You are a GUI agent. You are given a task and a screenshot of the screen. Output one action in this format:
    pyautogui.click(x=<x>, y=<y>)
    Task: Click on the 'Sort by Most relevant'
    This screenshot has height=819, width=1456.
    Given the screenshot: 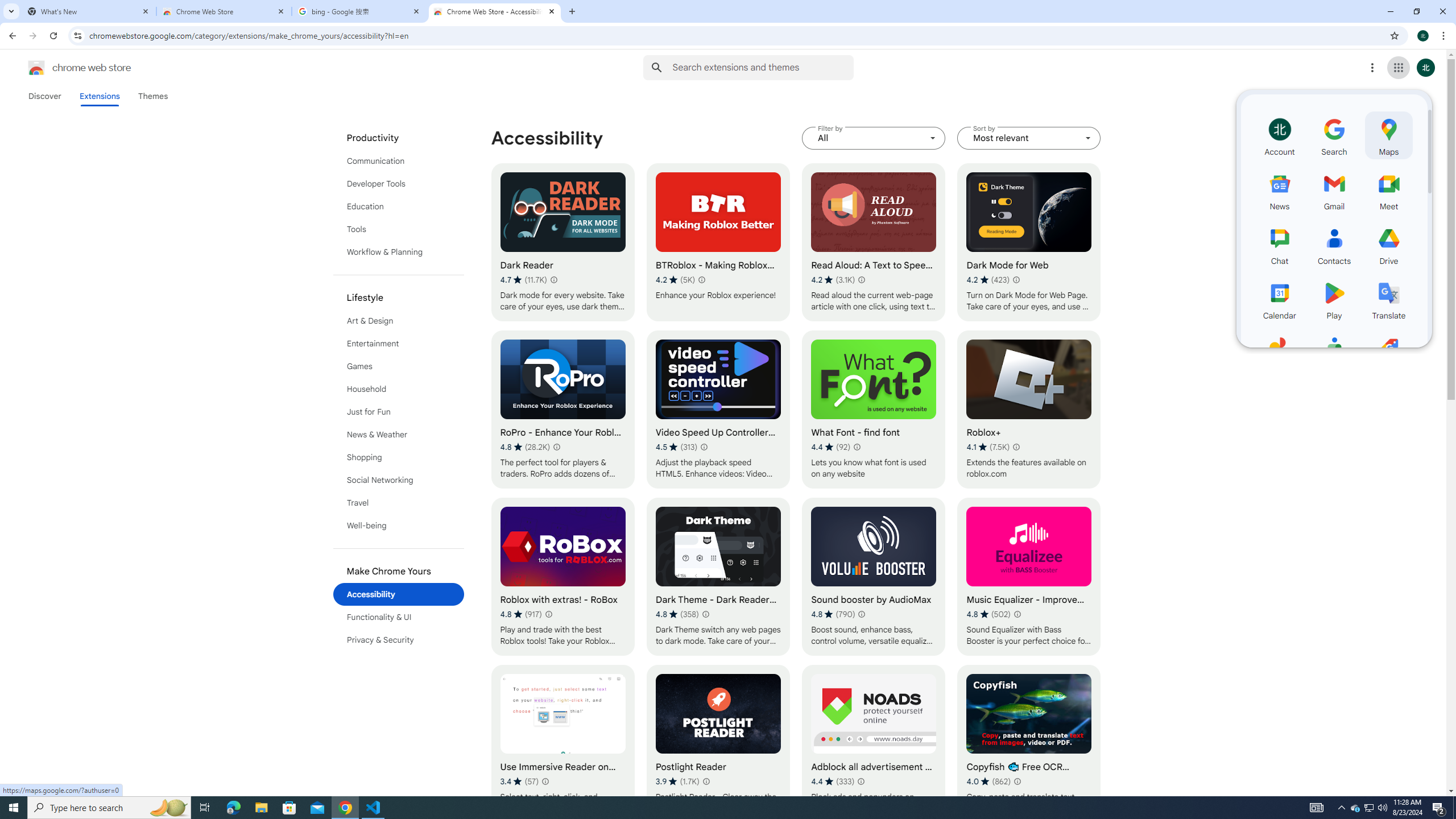 What is the action you would take?
    pyautogui.click(x=1028, y=138)
    